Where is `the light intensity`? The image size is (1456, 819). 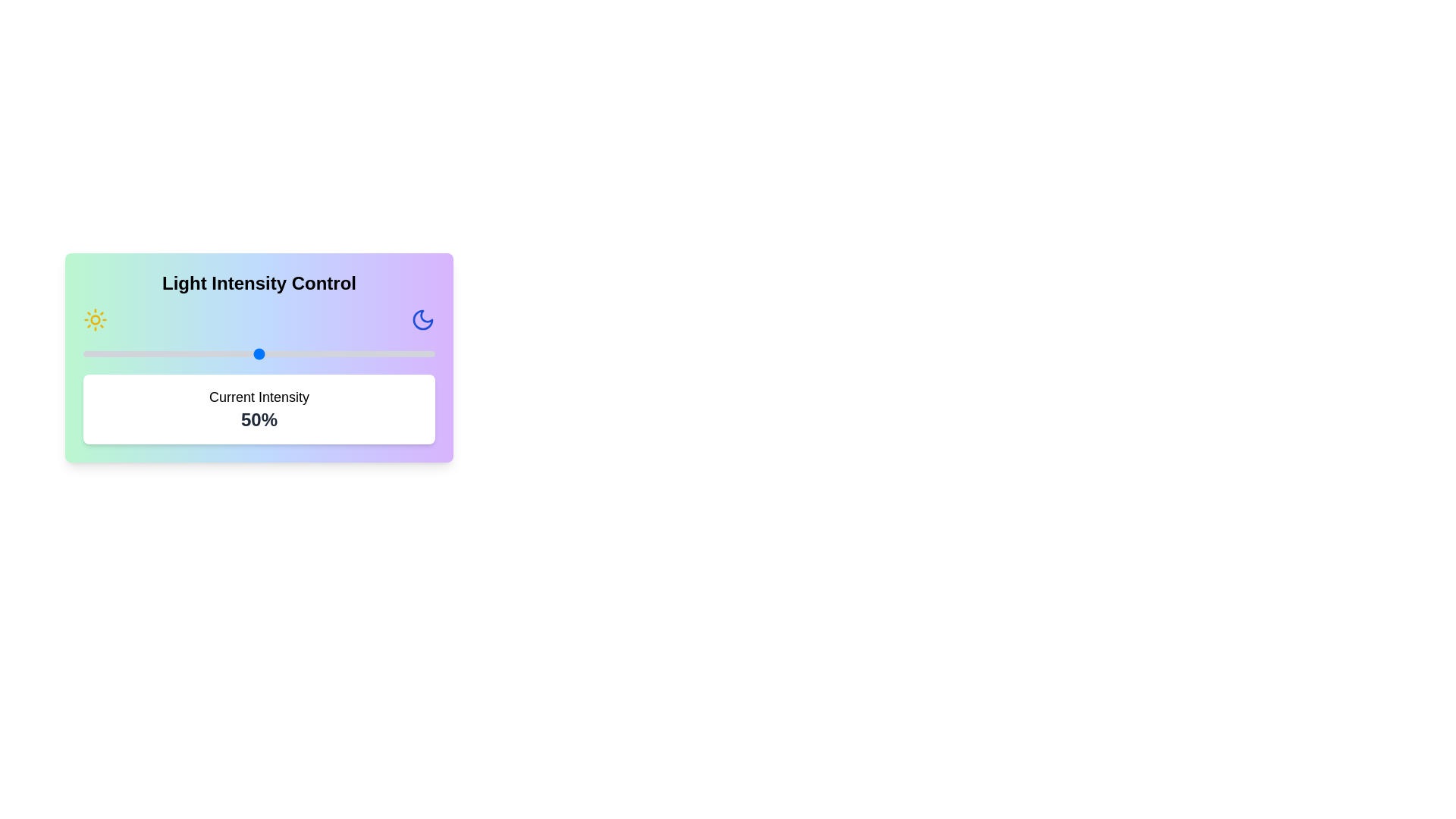 the light intensity is located at coordinates (332, 353).